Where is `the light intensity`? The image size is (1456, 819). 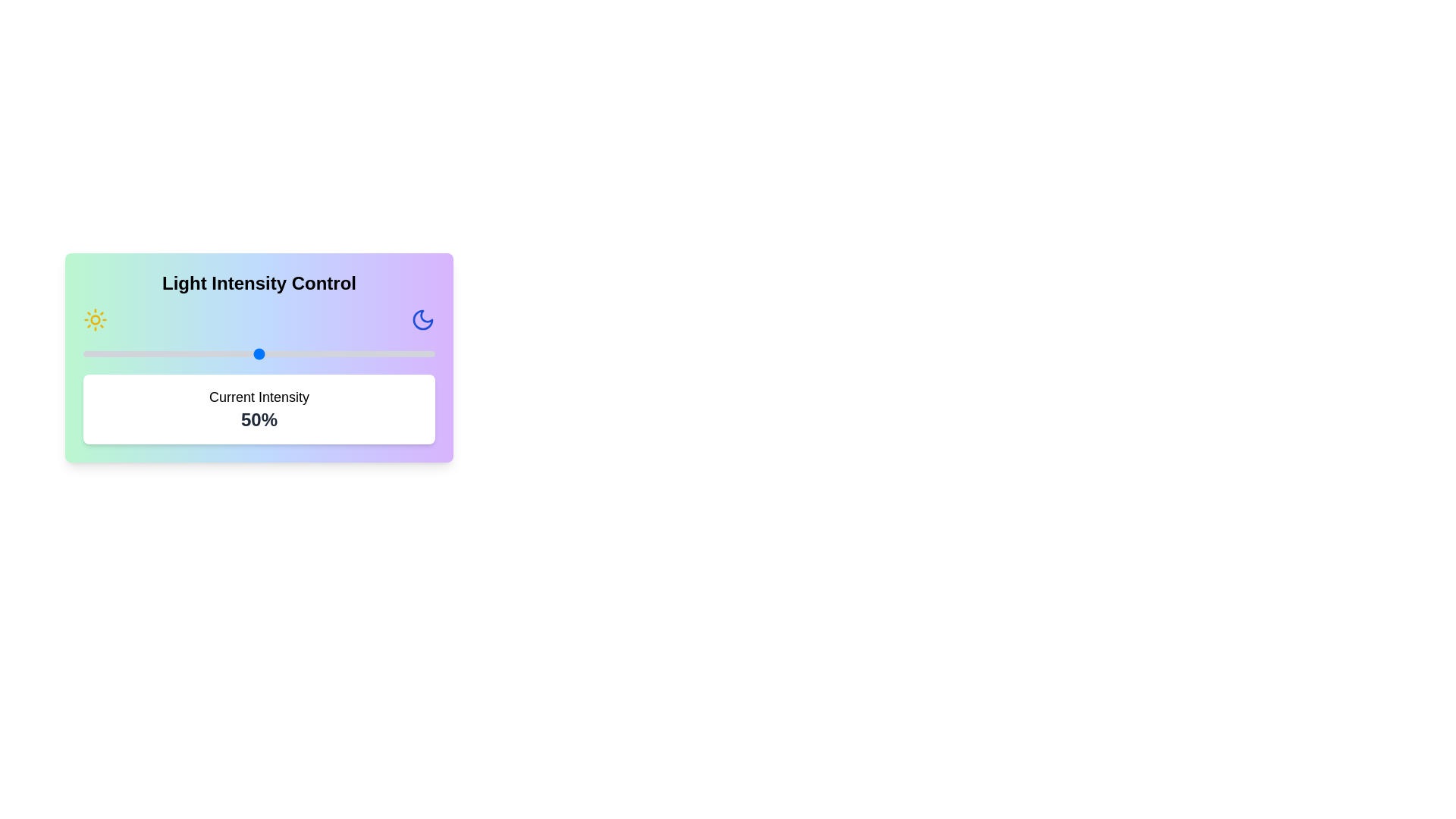 the light intensity is located at coordinates (332, 353).